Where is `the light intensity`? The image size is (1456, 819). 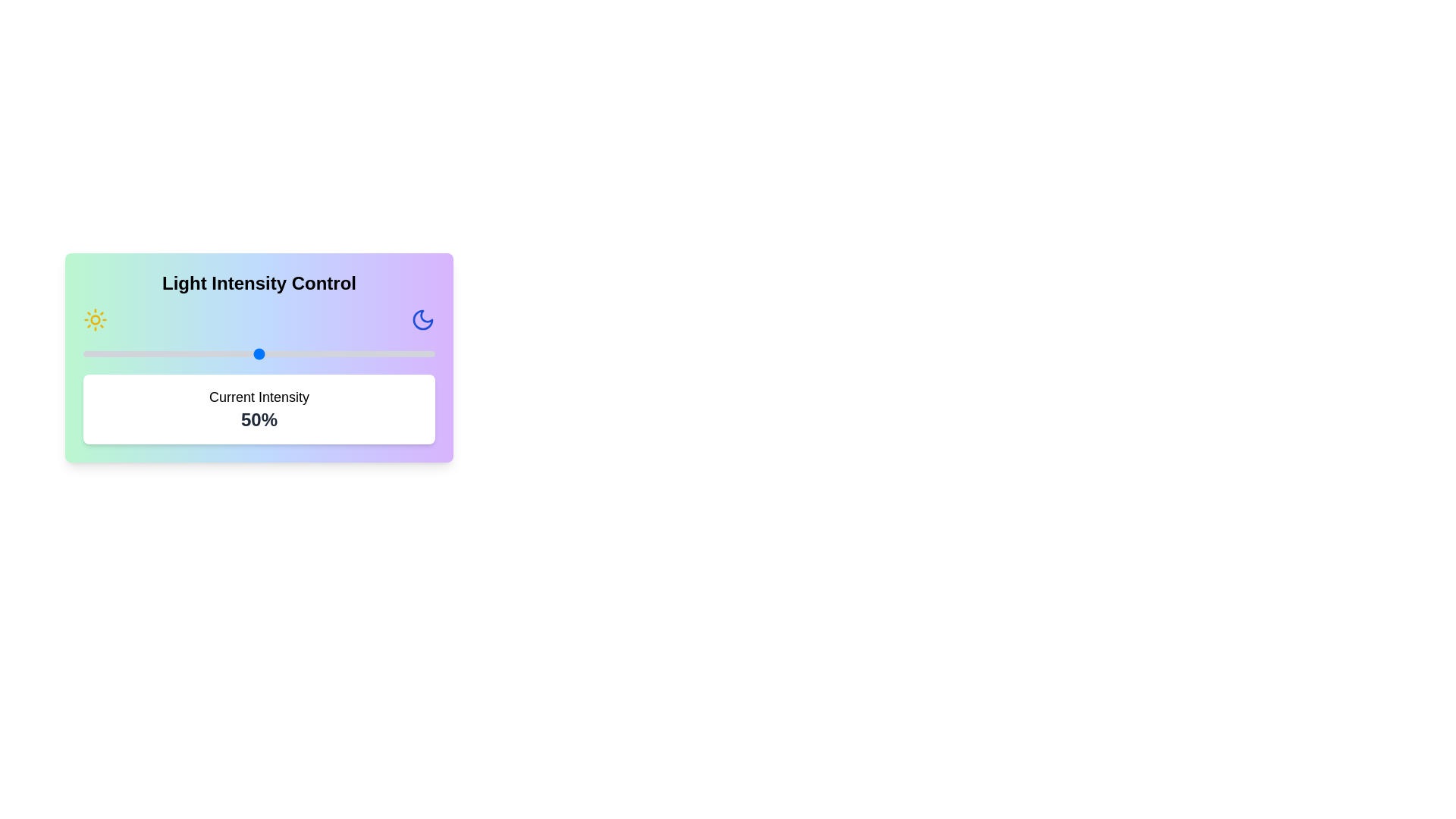 the light intensity is located at coordinates (332, 353).